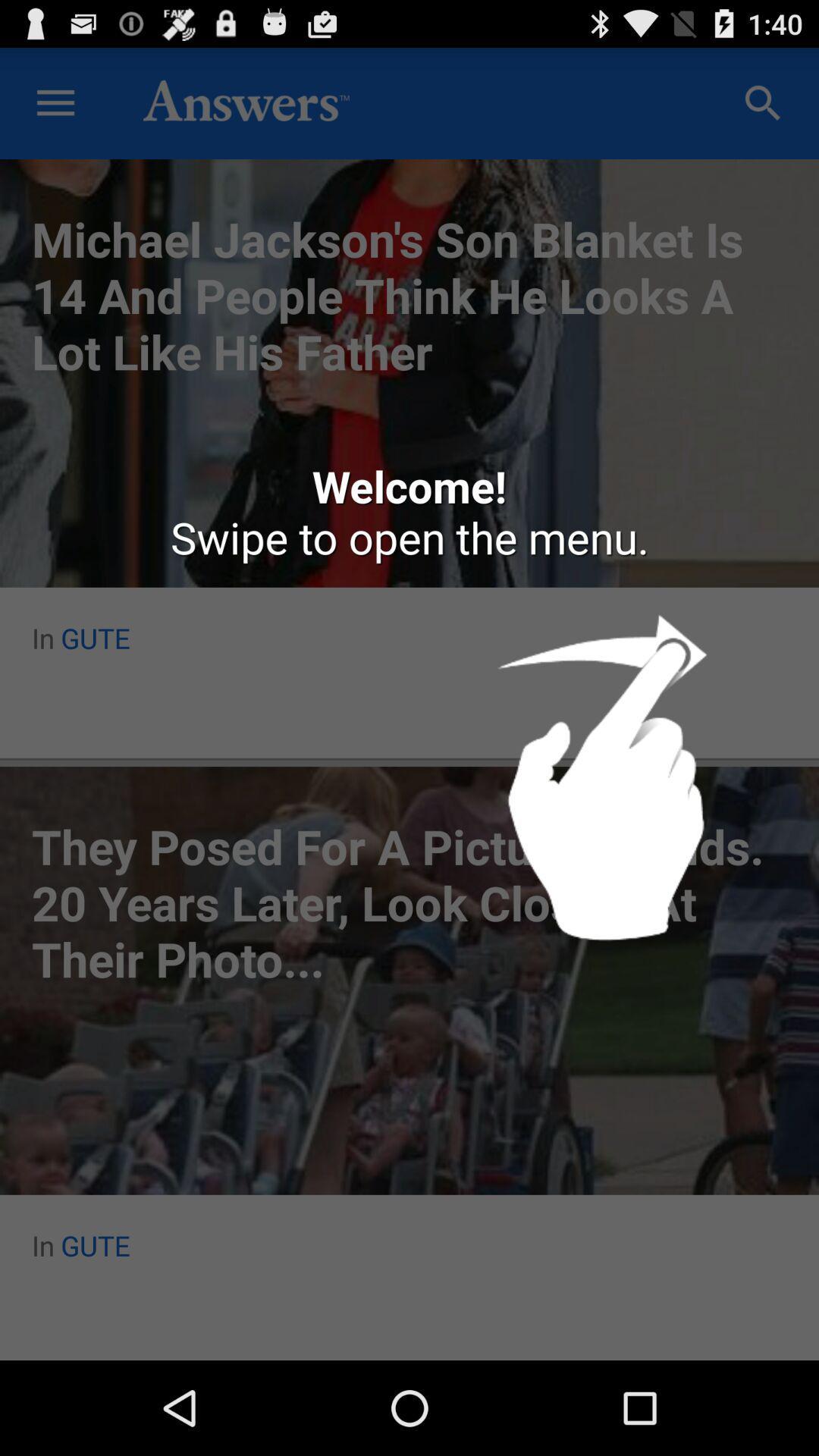  What do you see at coordinates (763, 110) in the screenshot?
I see `the search icon` at bounding box center [763, 110].